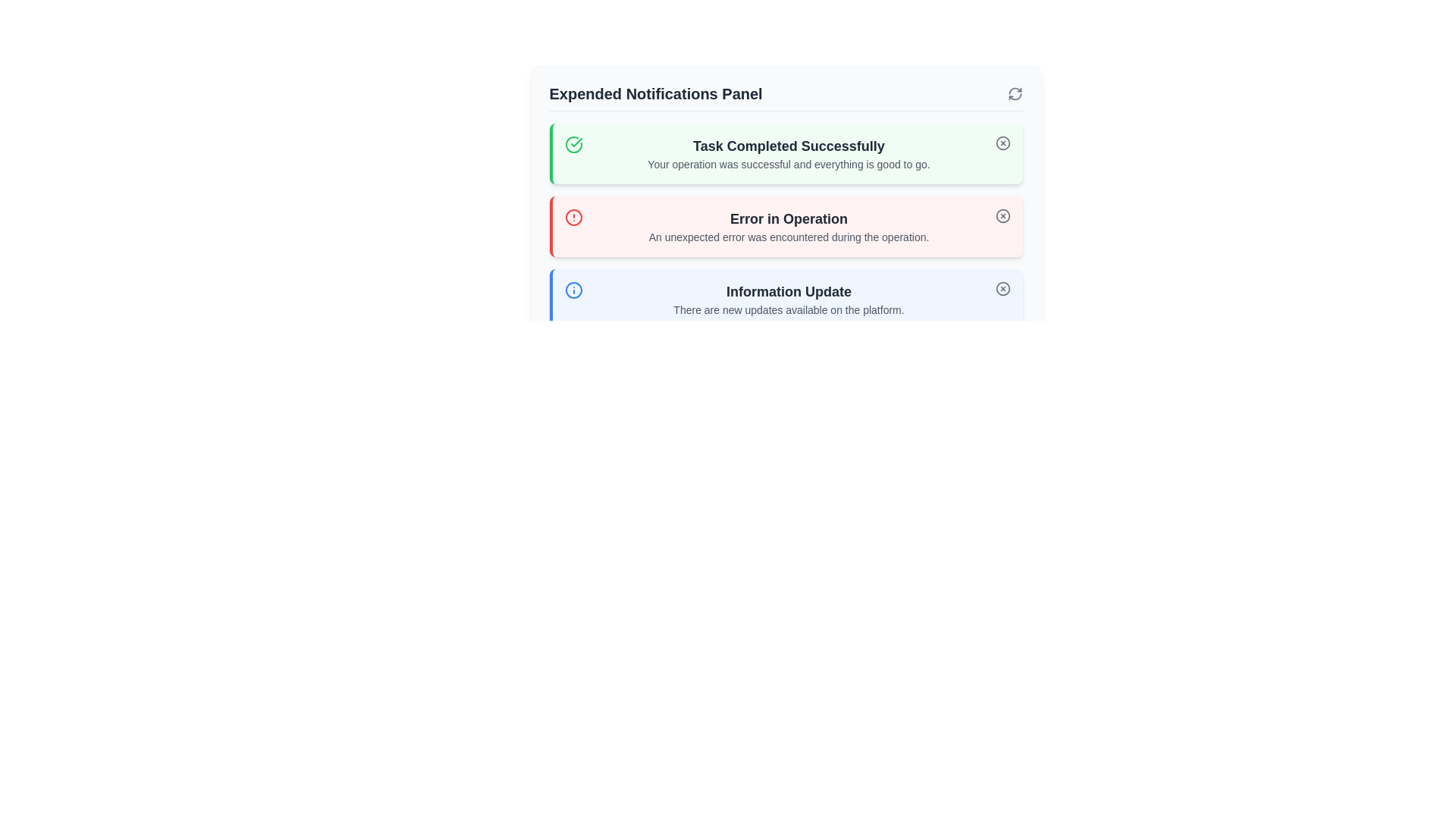 This screenshot has height=819, width=1456. I want to click on the warning icon on the Notification Card with a red border, so click(786, 227).